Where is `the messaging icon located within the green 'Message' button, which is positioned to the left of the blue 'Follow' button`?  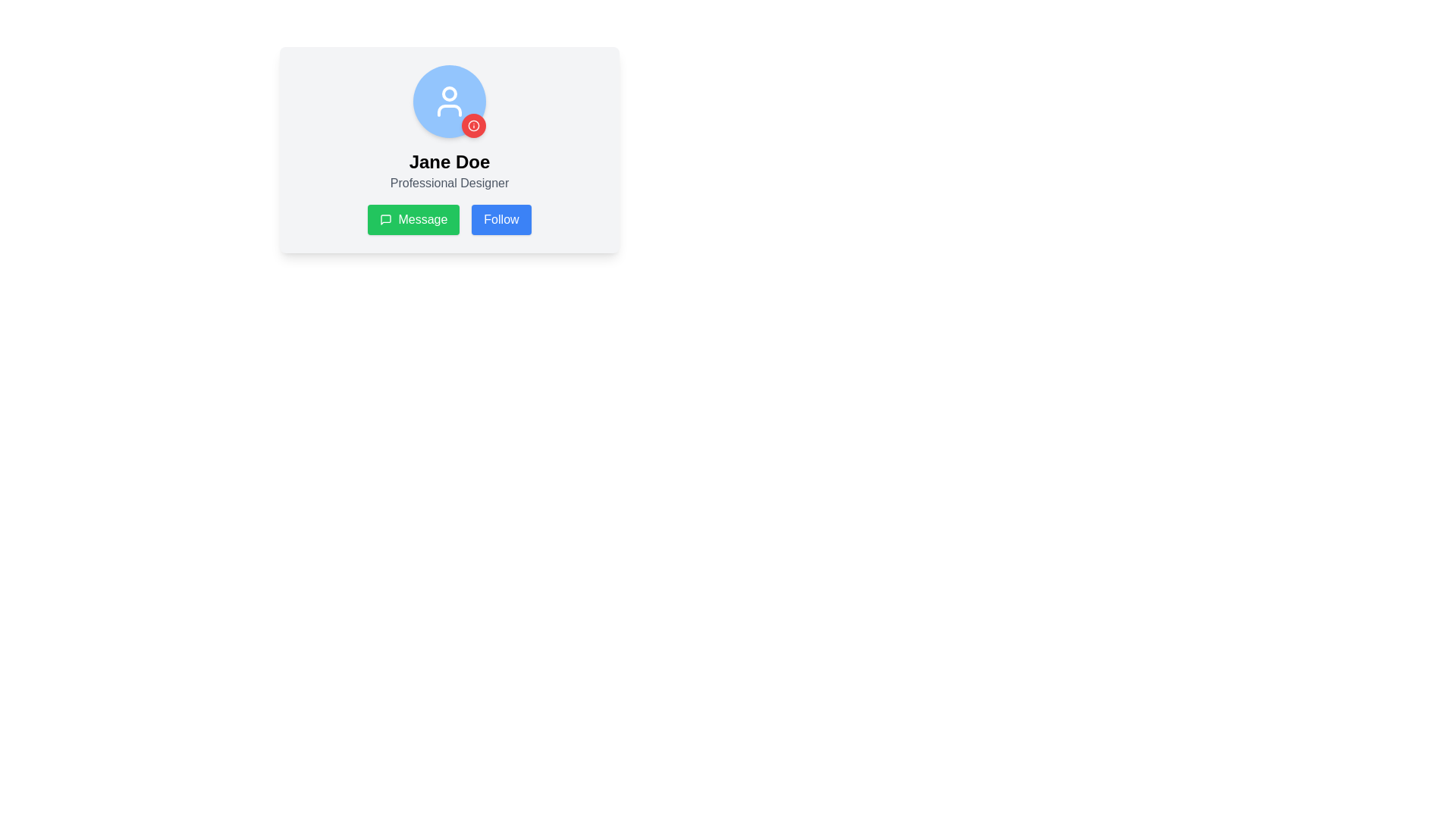 the messaging icon located within the green 'Message' button, which is positioned to the left of the blue 'Follow' button is located at coordinates (386, 219).